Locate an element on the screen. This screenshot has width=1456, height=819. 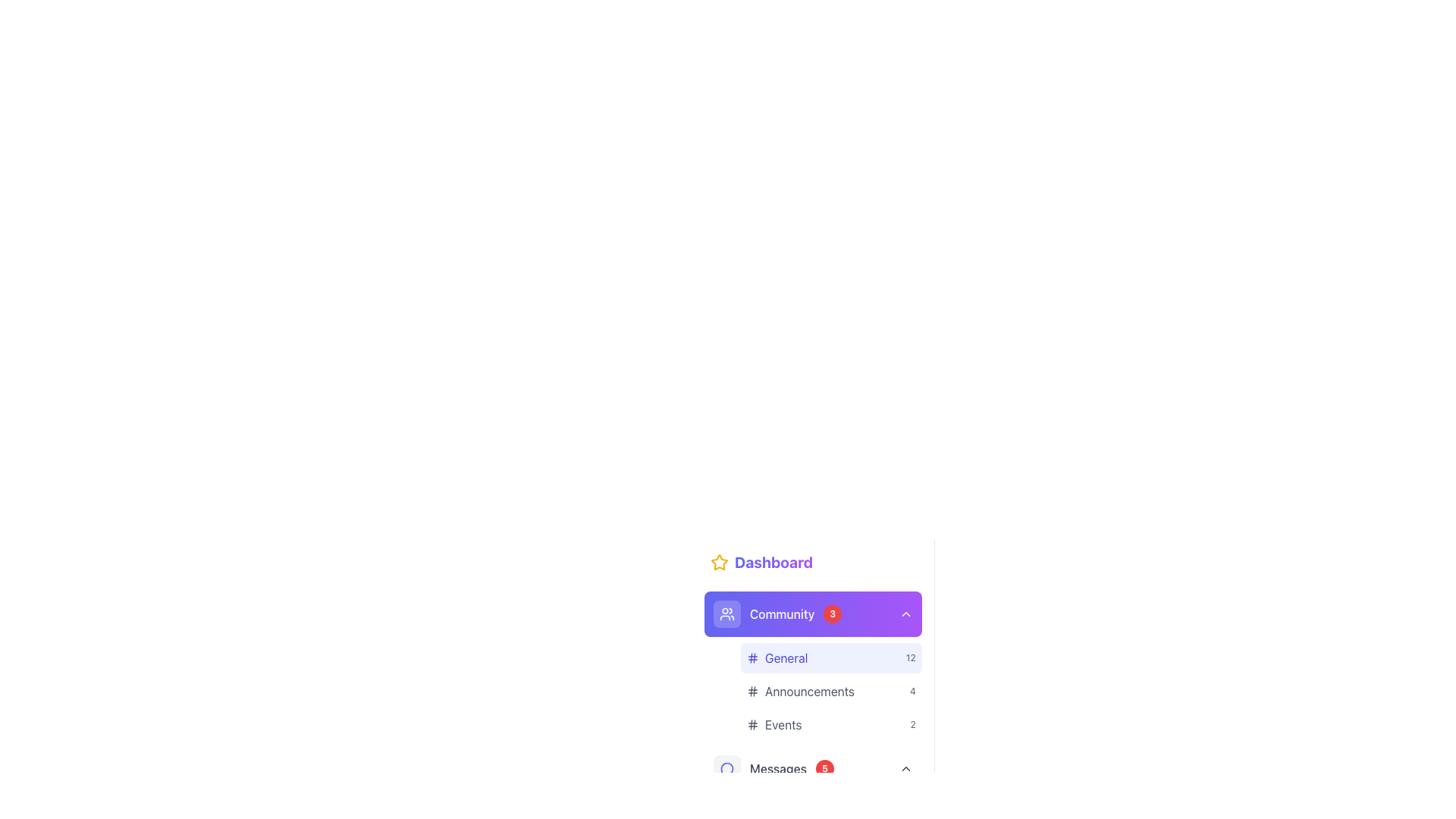
the messaging icon located in the light gray rounded square just to the left of the text 'Messages' is located at coordinates (726, 769).